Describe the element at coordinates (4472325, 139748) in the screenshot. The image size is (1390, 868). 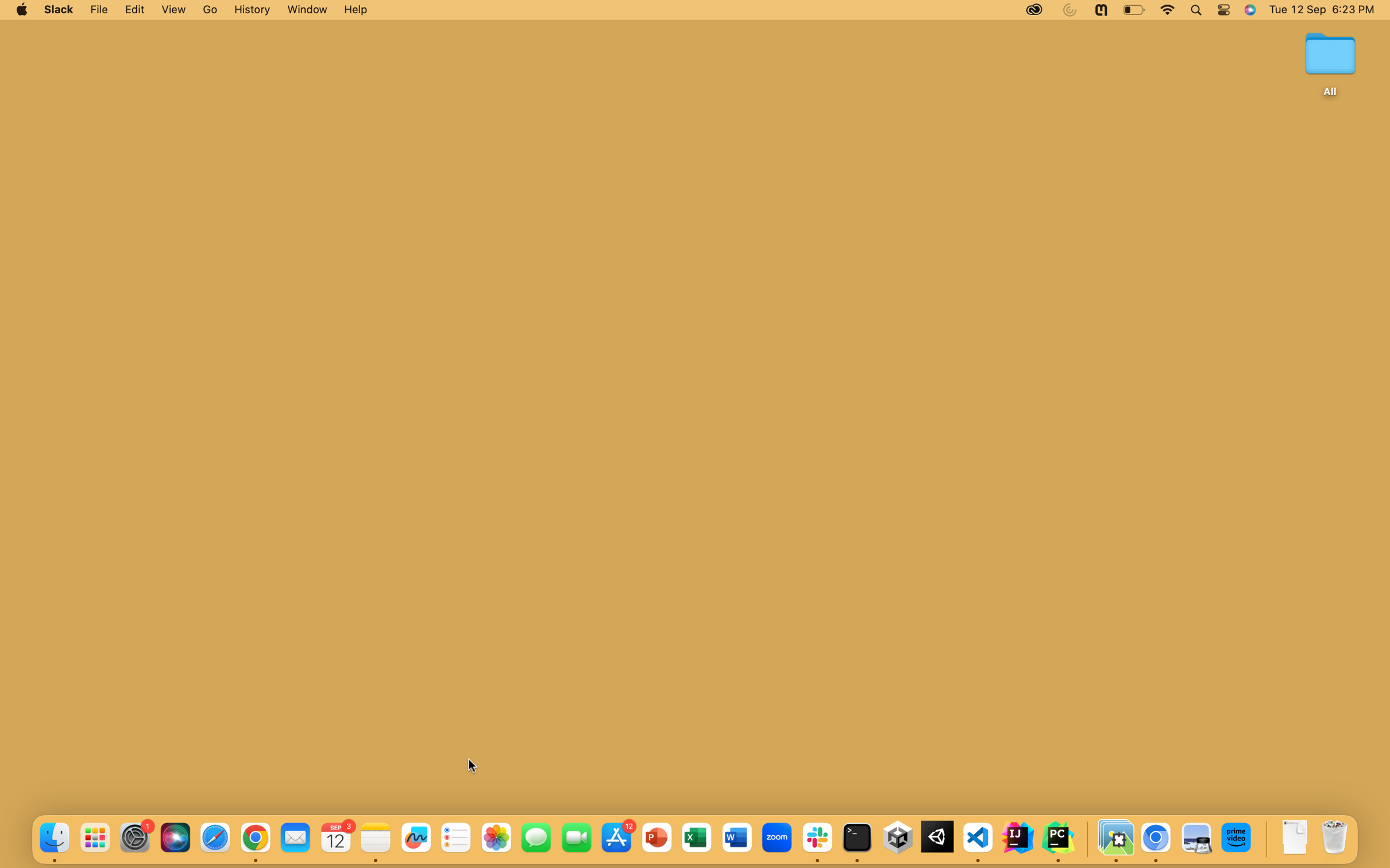
I see `Relocate the folder into the trash bin by dragging it` at that location.